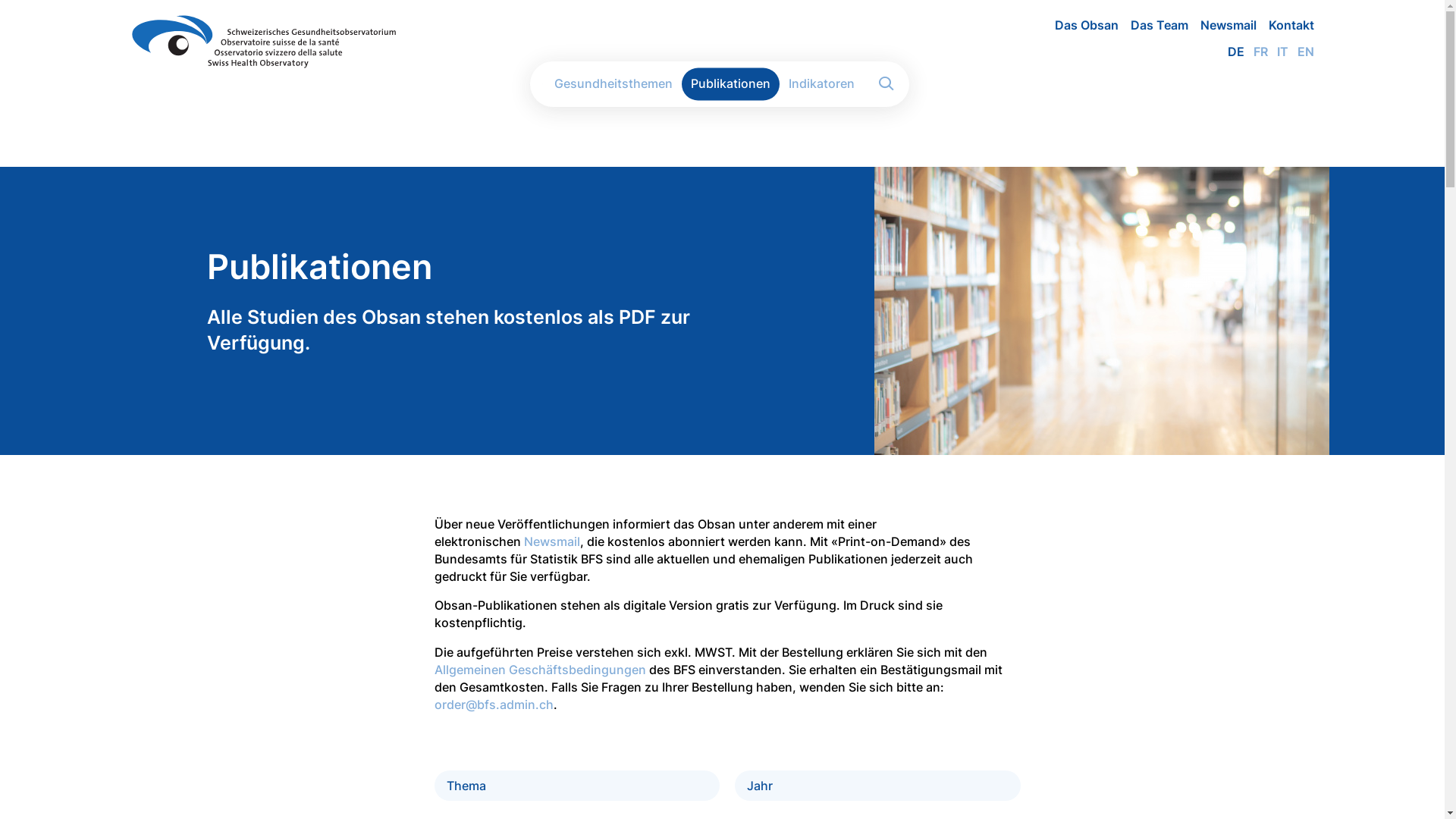  I want to click on 'FR', so click(1244, 51).